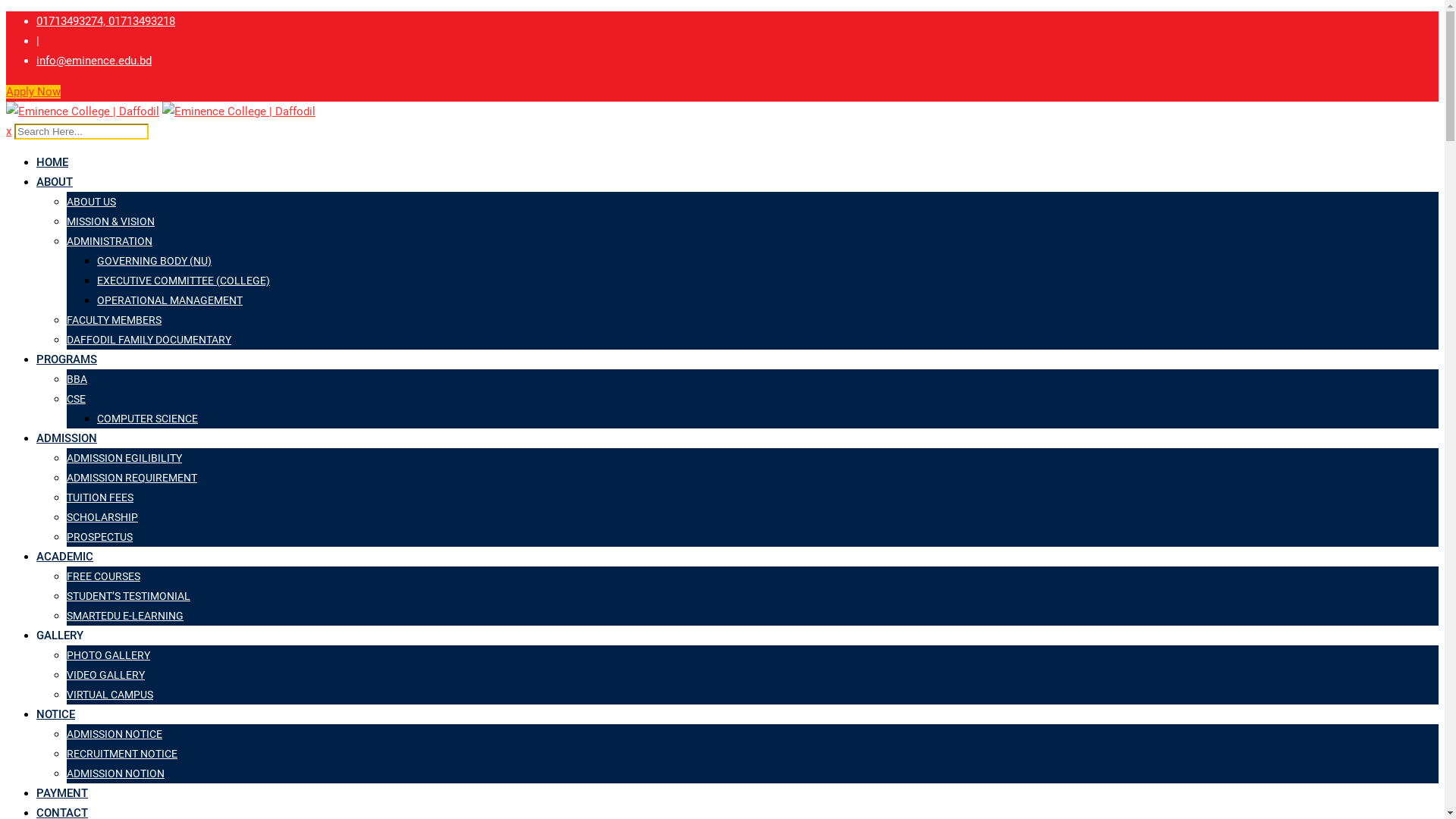 The image size is (1456, 819). What do you see at coordinates (65, 457) in the screenshot?
I see `'ADMISSION EGILIBILITY'` at bounding box center [65, 457].